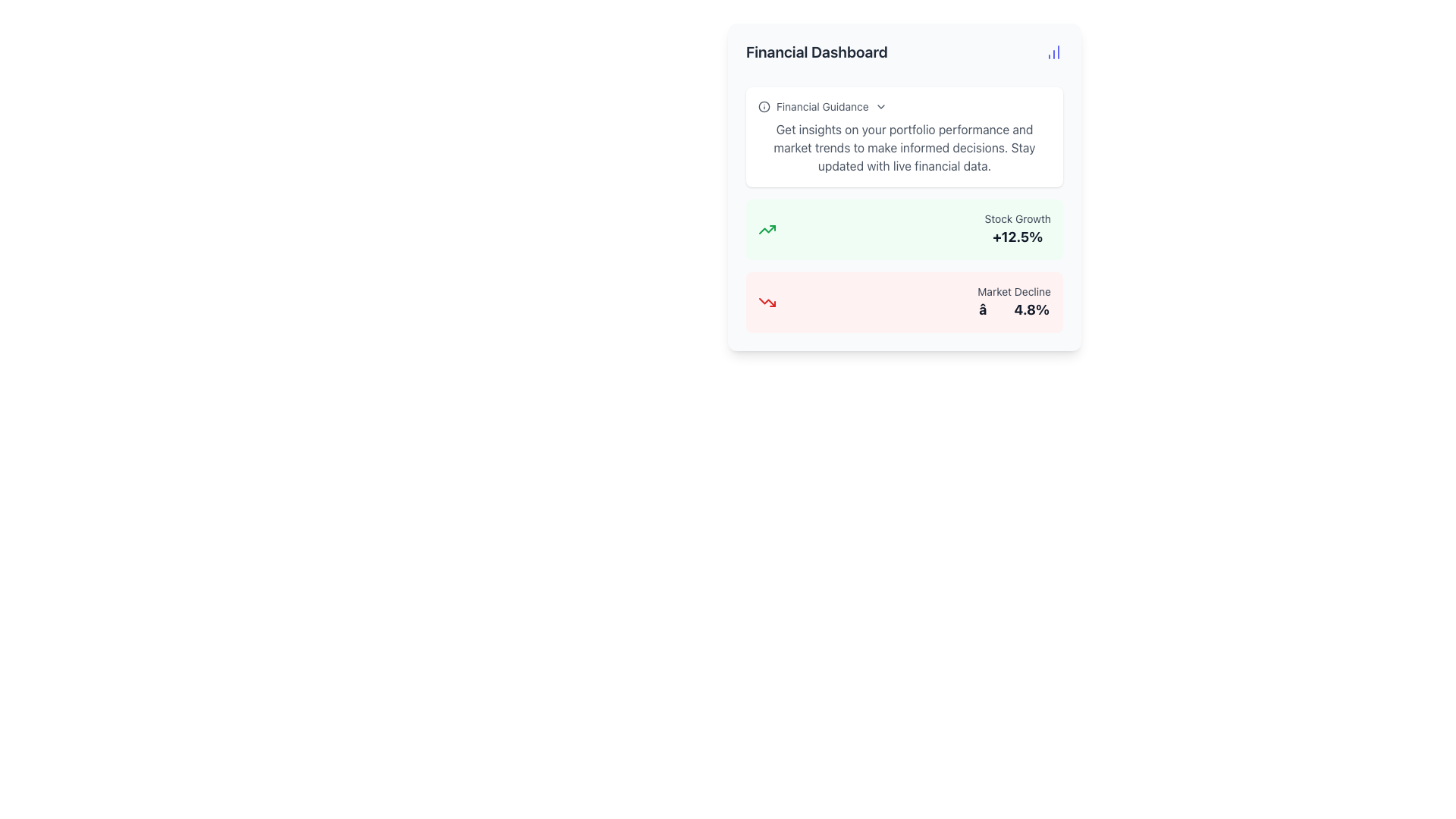 The image size is (1456, 819). What do you see at coordinates (764, 106) in the screenshot?
I see `the SVG Circle Element that serves as a visual indicator for the Financial Guidance icon` at bounding box center [764, 106].